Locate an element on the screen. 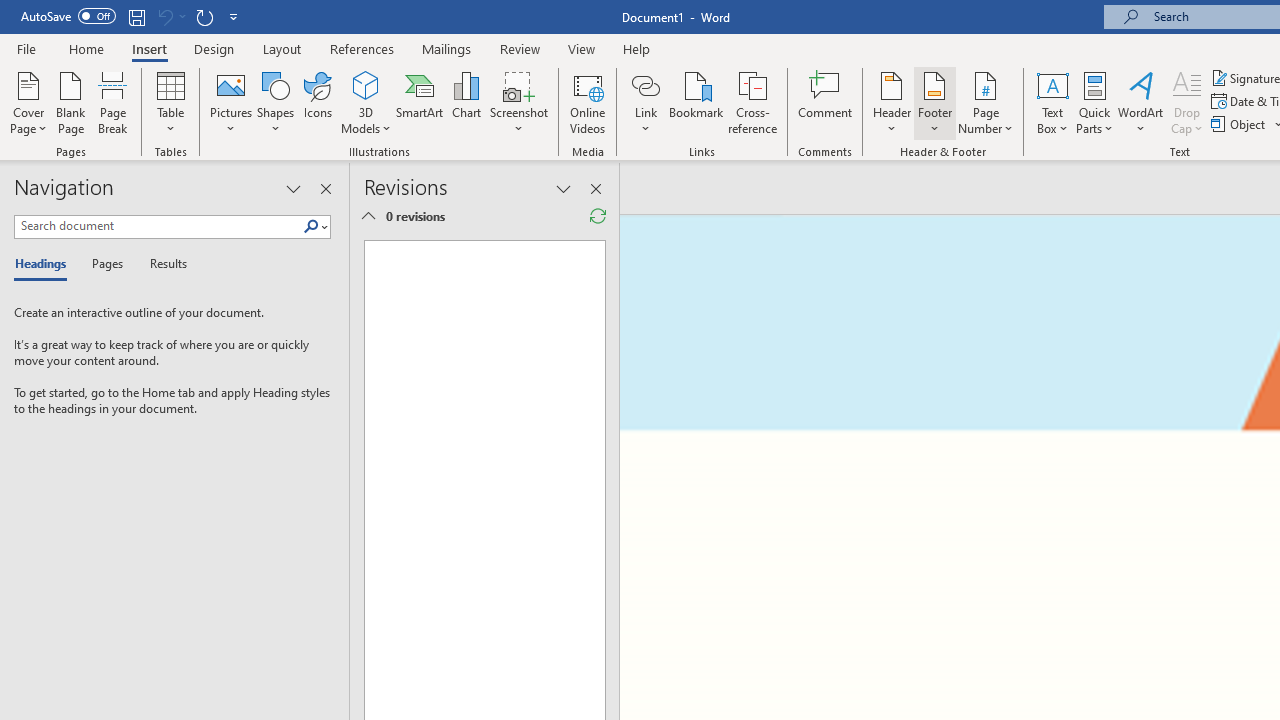 Image resolution: width=1280 pixels, height=720 pixels. 'Text Box' is located at coordinates (1051, 103).